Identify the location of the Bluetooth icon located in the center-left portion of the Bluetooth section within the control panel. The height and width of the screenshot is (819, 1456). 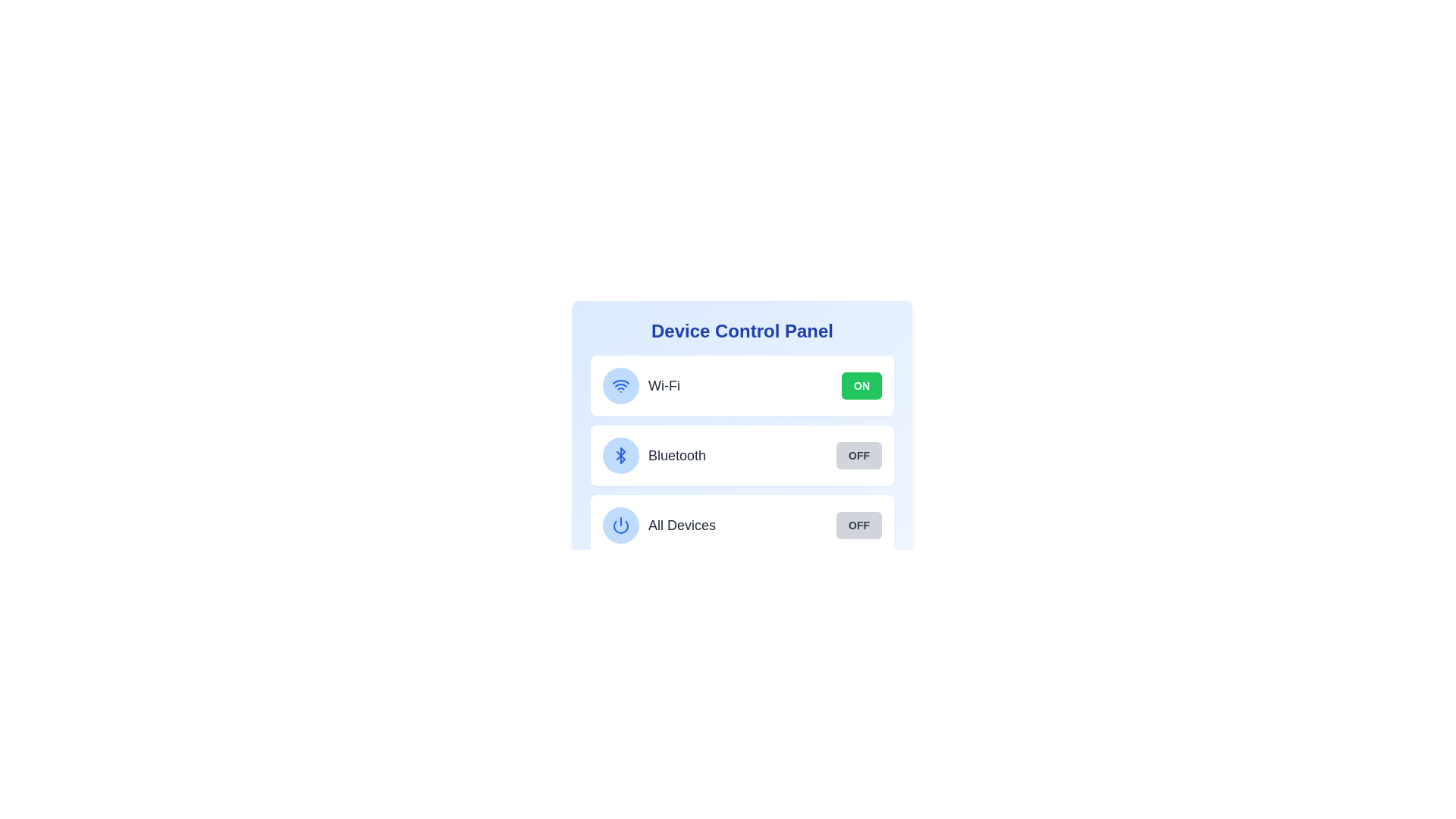
(621, 455).